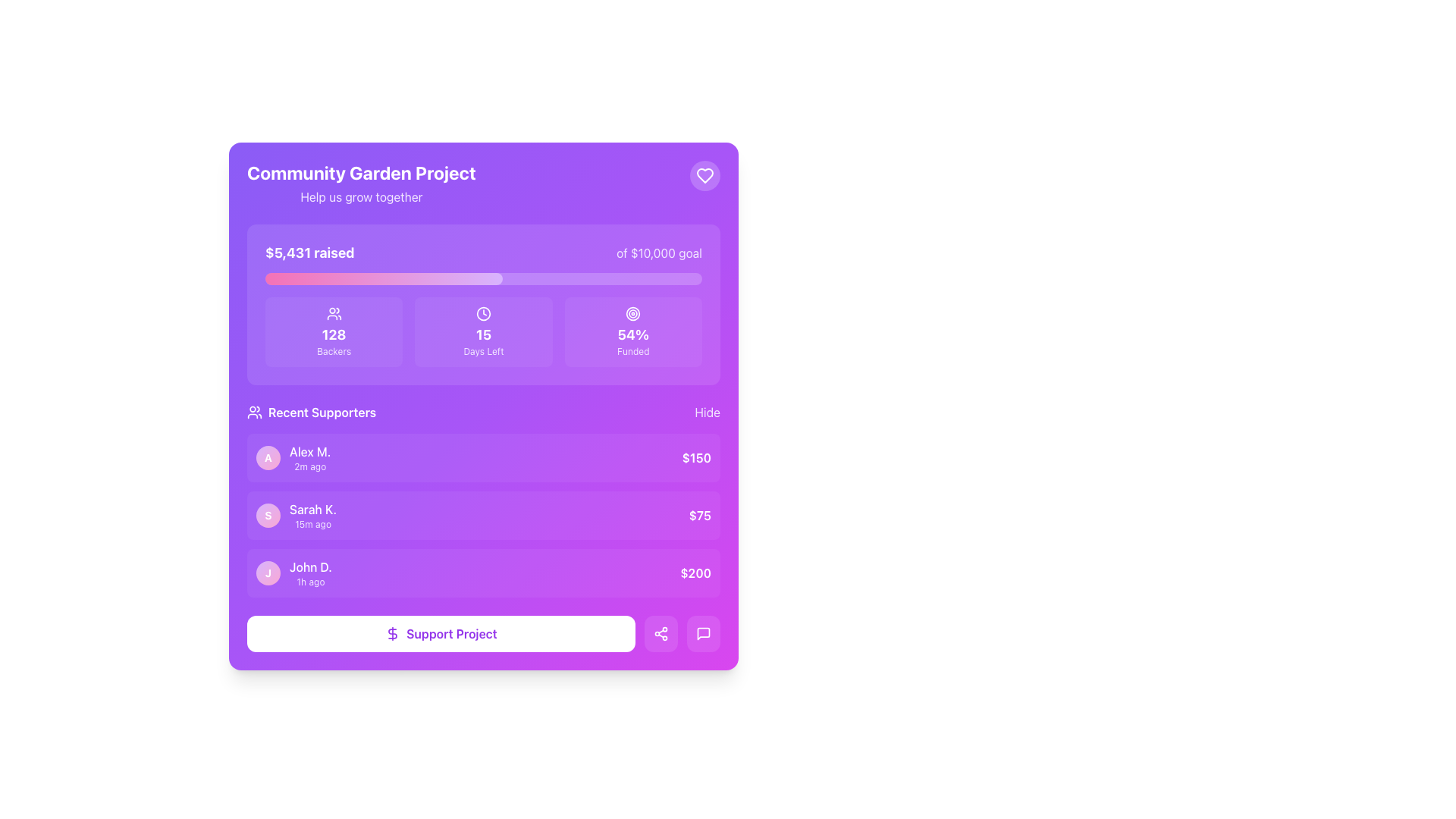 This screenshot has height=819, width=1456. I want to click on the static text displaying the countdown of days remaining, which is centered below a clock icon and above the text 'Days Left', so click(483, 334).